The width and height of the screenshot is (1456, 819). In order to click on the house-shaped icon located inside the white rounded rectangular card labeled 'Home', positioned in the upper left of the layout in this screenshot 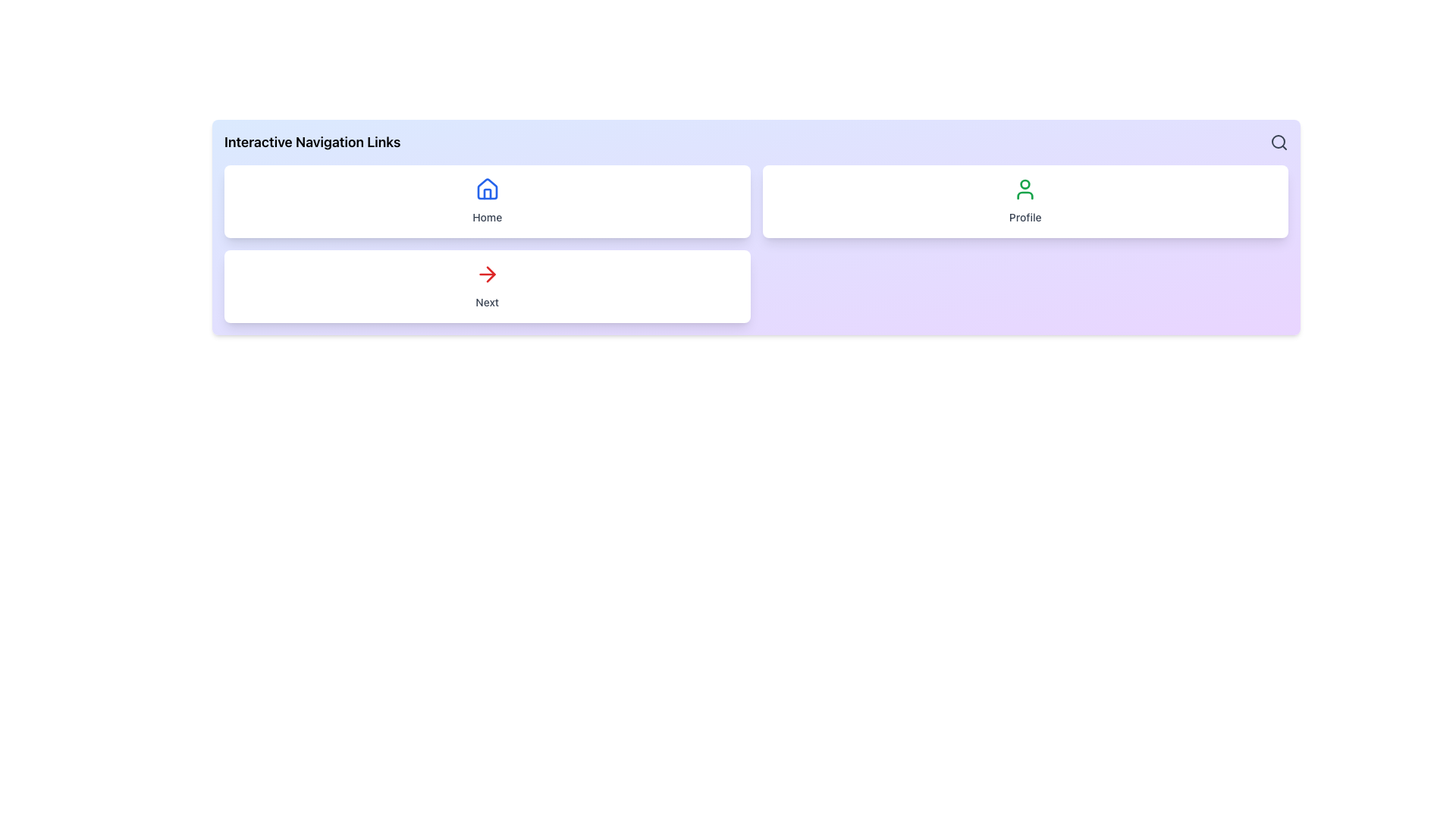, I will do `click(487, 189)`.